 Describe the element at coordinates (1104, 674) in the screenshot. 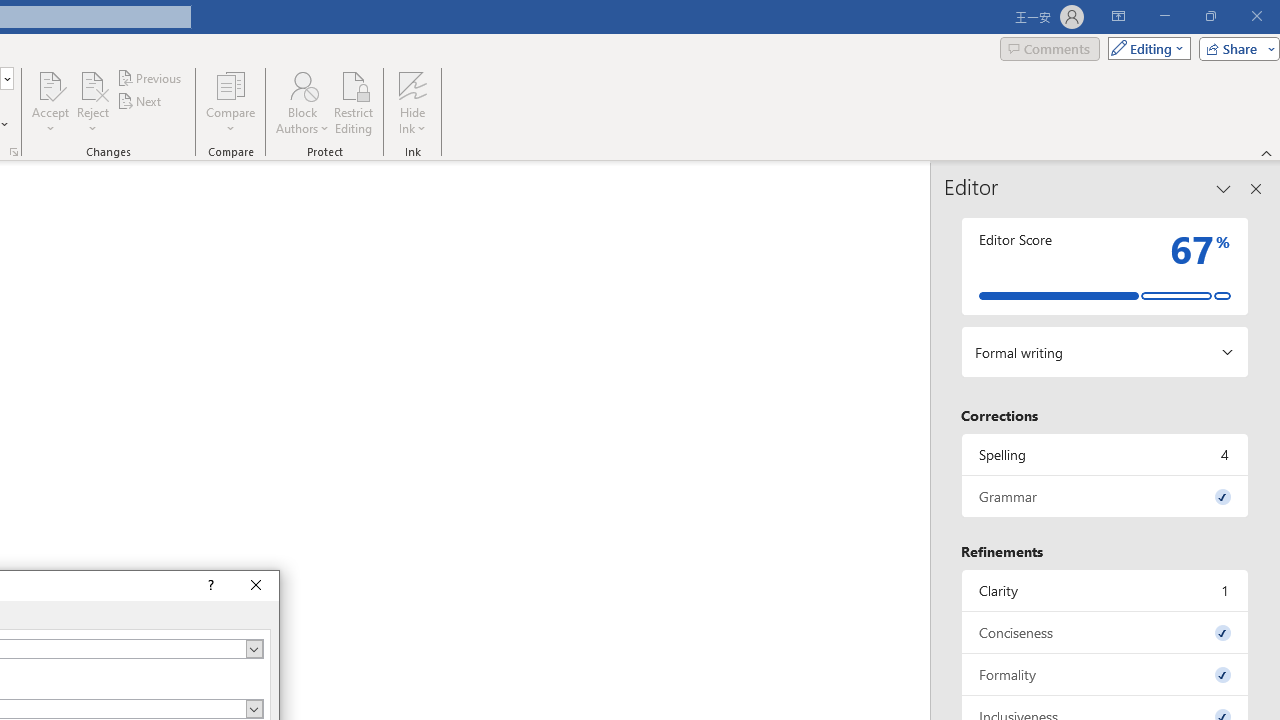

I see `'Formality, 0 issues. Press space or enter to review items.'` at that location.